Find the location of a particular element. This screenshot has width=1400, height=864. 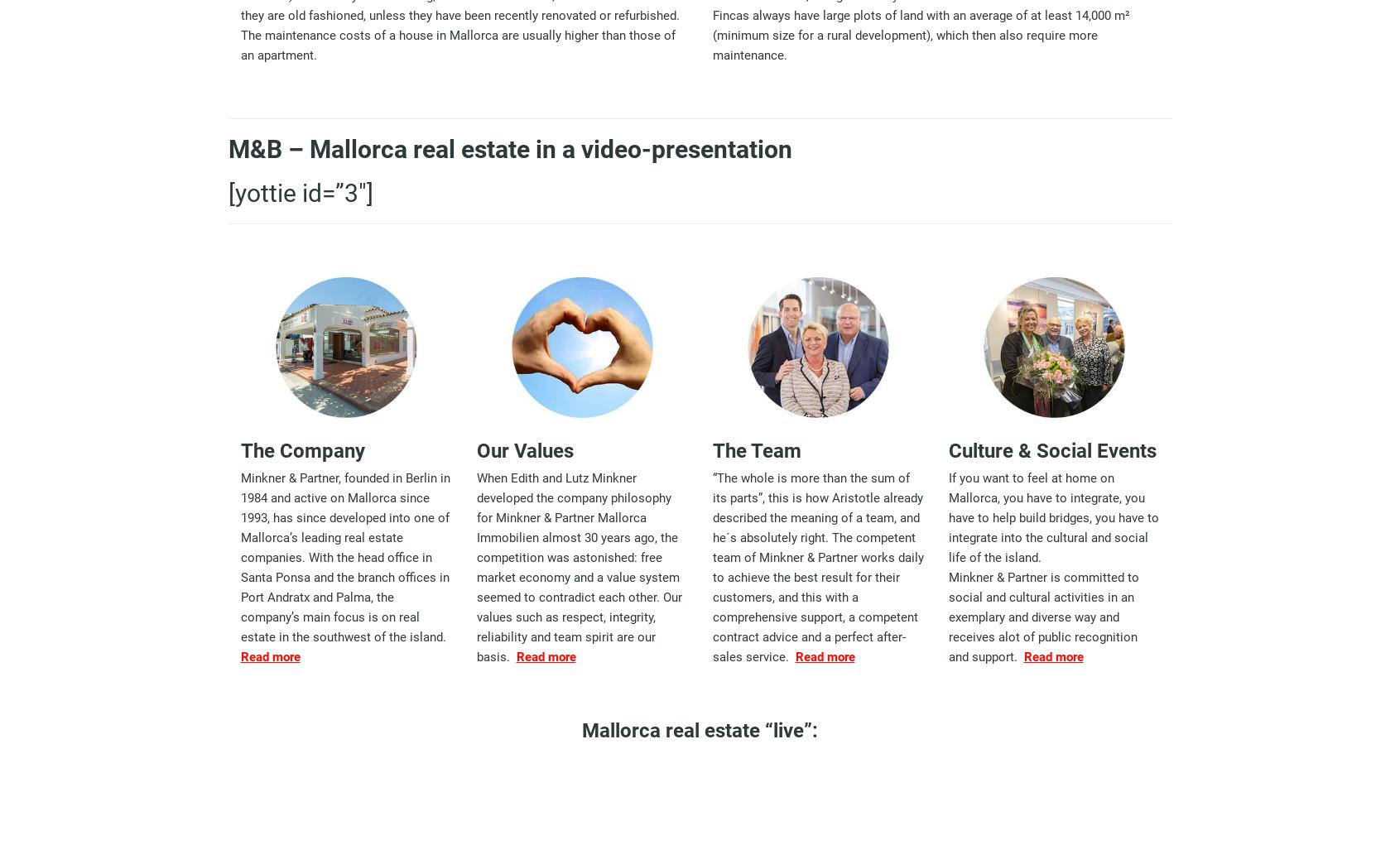

'“The whole is more than the sum of its parts”, this is how Aristotle already described the meaning of a team, and he´s absolutely right. The competent team of Minkner & Partner works daily to achieve the best result for their customers, and this with a comprehensive support, a competent contract advice and a perfect after-sales service.' is located at coordinates (712, 565).